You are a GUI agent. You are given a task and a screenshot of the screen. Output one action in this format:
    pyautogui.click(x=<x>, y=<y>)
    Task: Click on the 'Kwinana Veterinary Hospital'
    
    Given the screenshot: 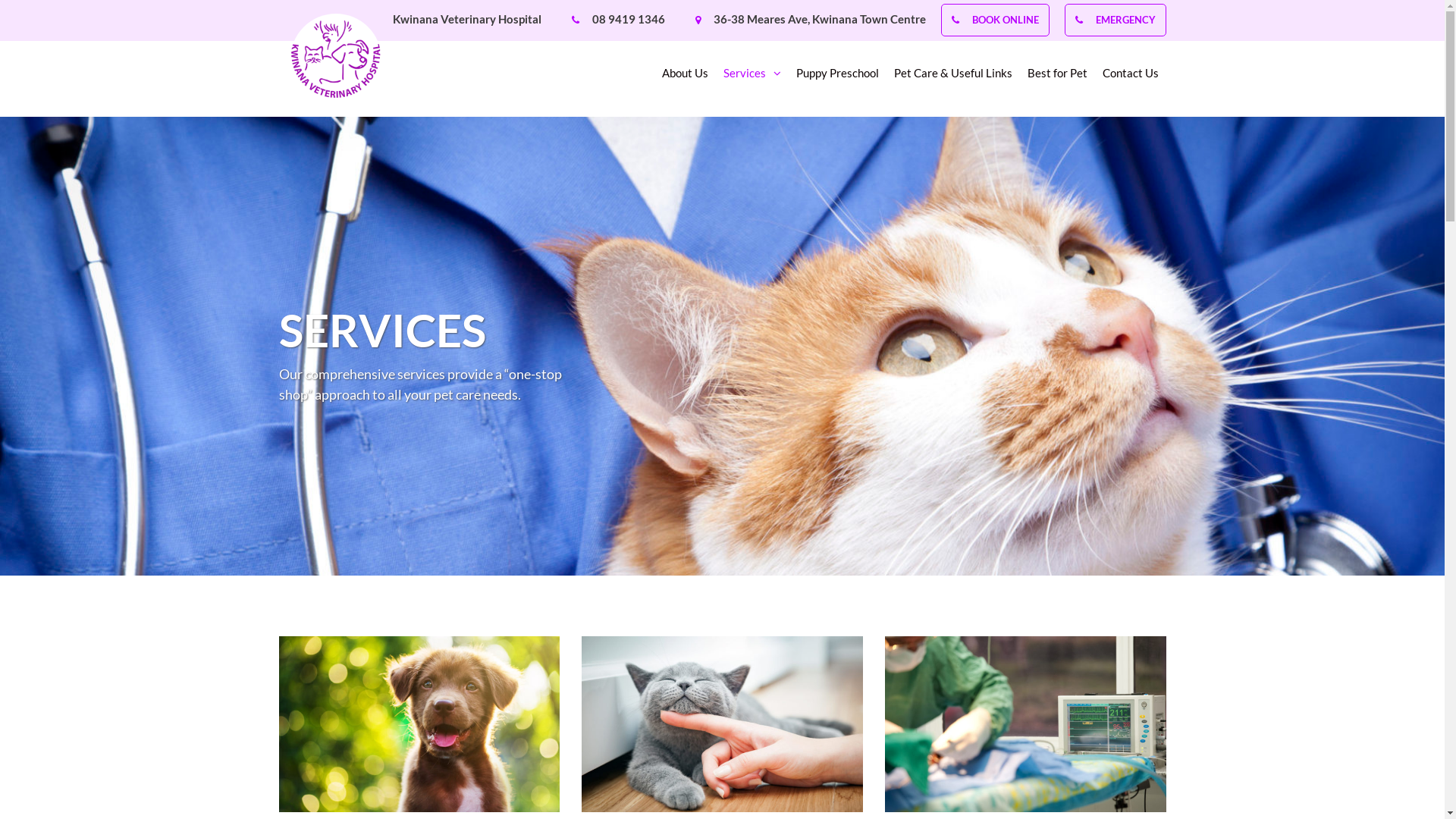 What is the action you would take?
    pyautogui.click(x=466, y=18)
    